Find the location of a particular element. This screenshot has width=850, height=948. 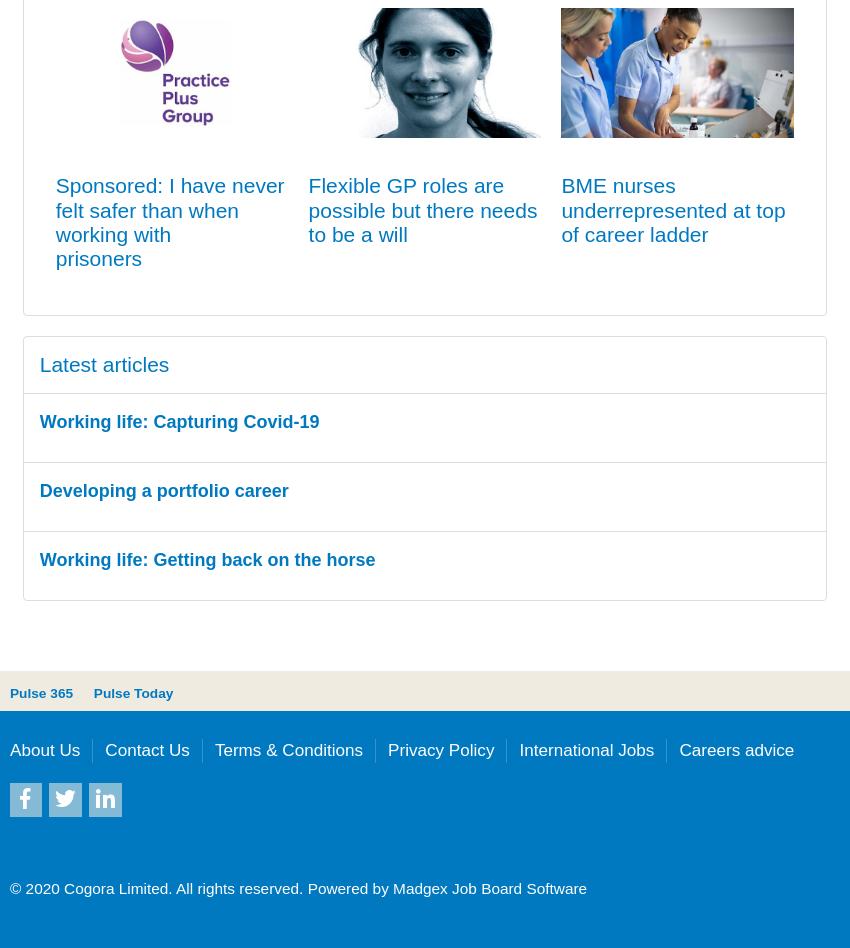

'Working life: Getting back on the horse' is located at coordinates (38, 559).